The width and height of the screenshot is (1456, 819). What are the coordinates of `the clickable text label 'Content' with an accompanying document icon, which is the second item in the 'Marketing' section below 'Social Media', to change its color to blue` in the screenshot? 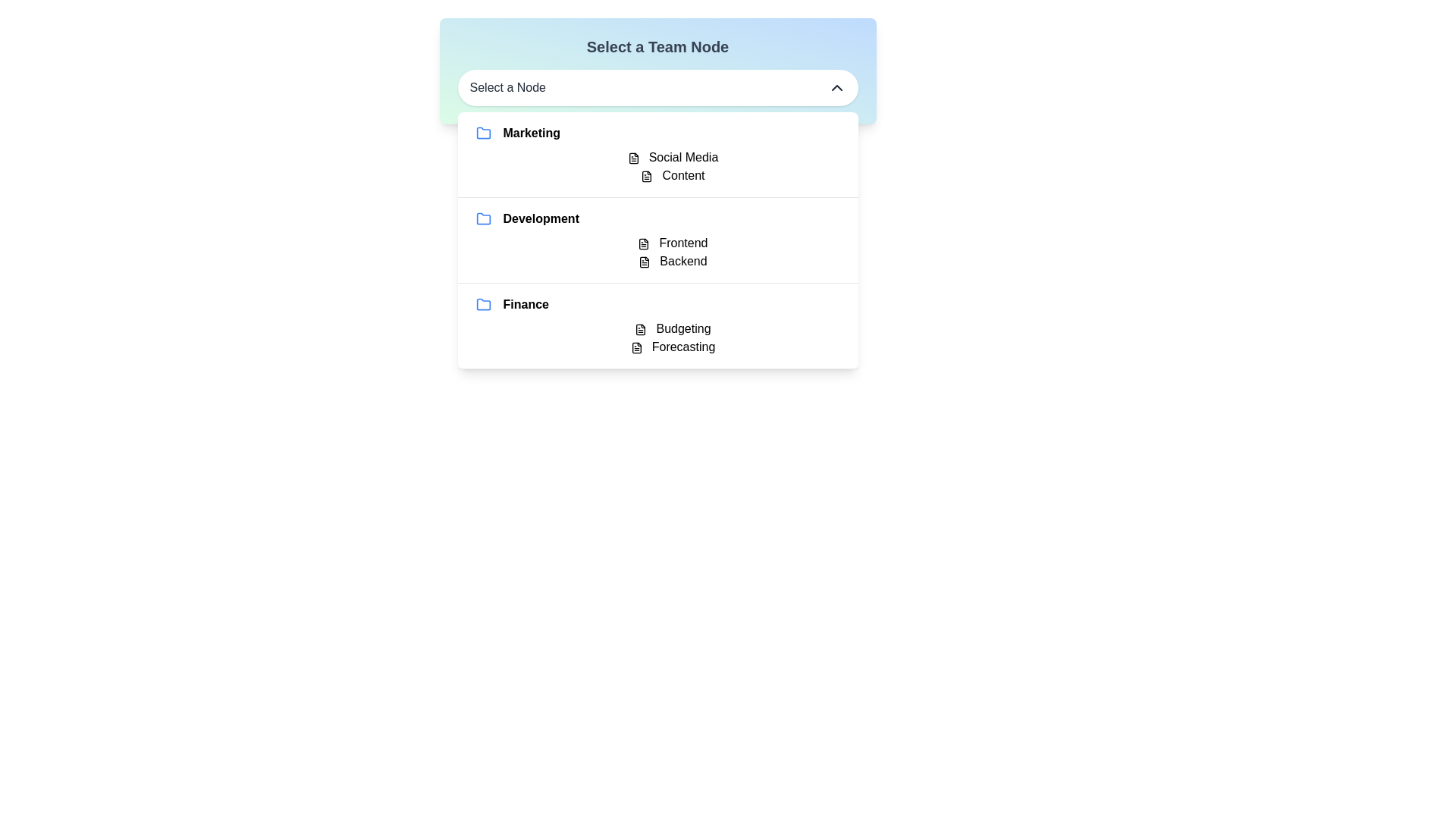 It's located at (672, 174).